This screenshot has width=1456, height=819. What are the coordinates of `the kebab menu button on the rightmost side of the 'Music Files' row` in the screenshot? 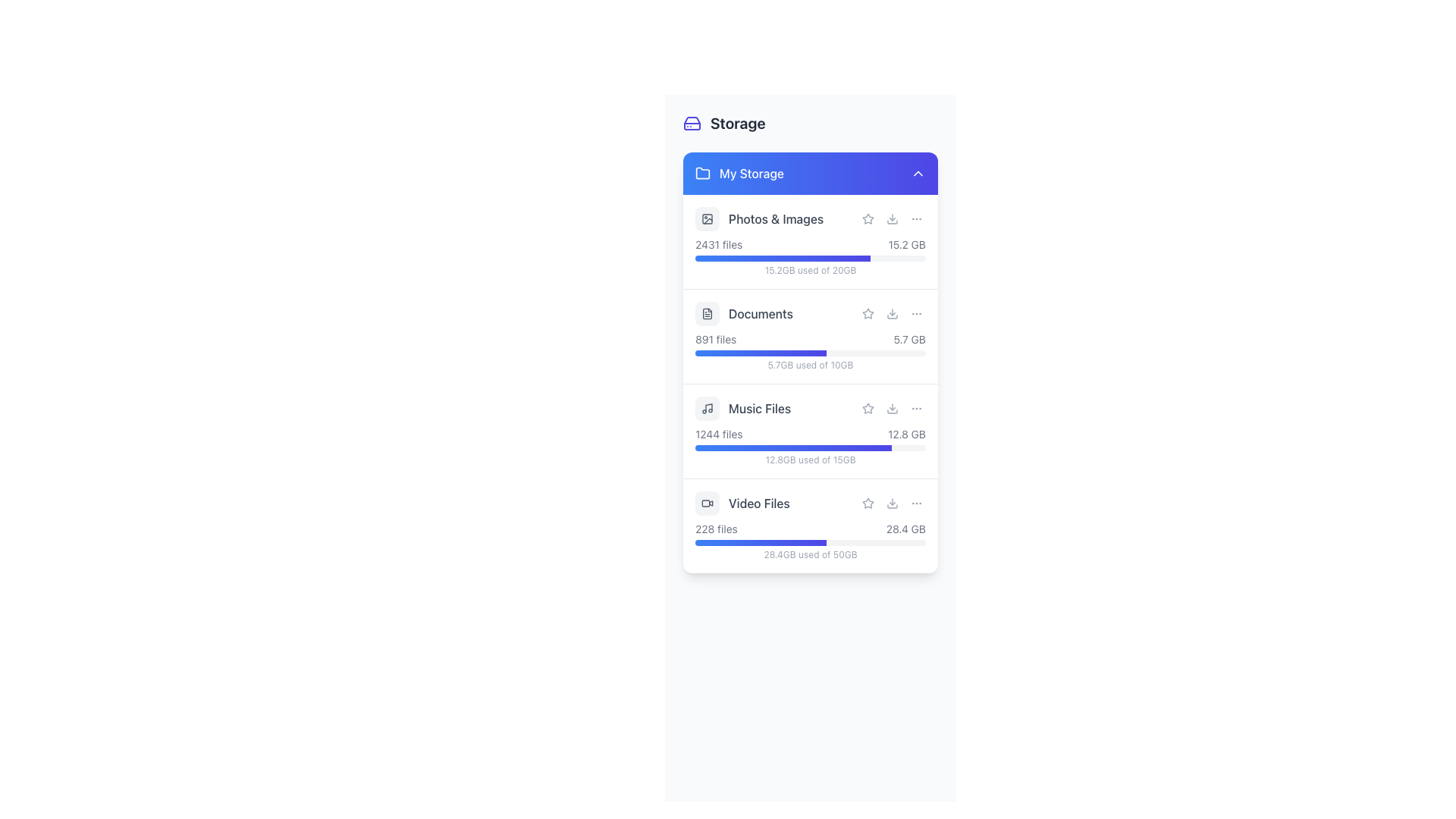 It's located at (916, 408).